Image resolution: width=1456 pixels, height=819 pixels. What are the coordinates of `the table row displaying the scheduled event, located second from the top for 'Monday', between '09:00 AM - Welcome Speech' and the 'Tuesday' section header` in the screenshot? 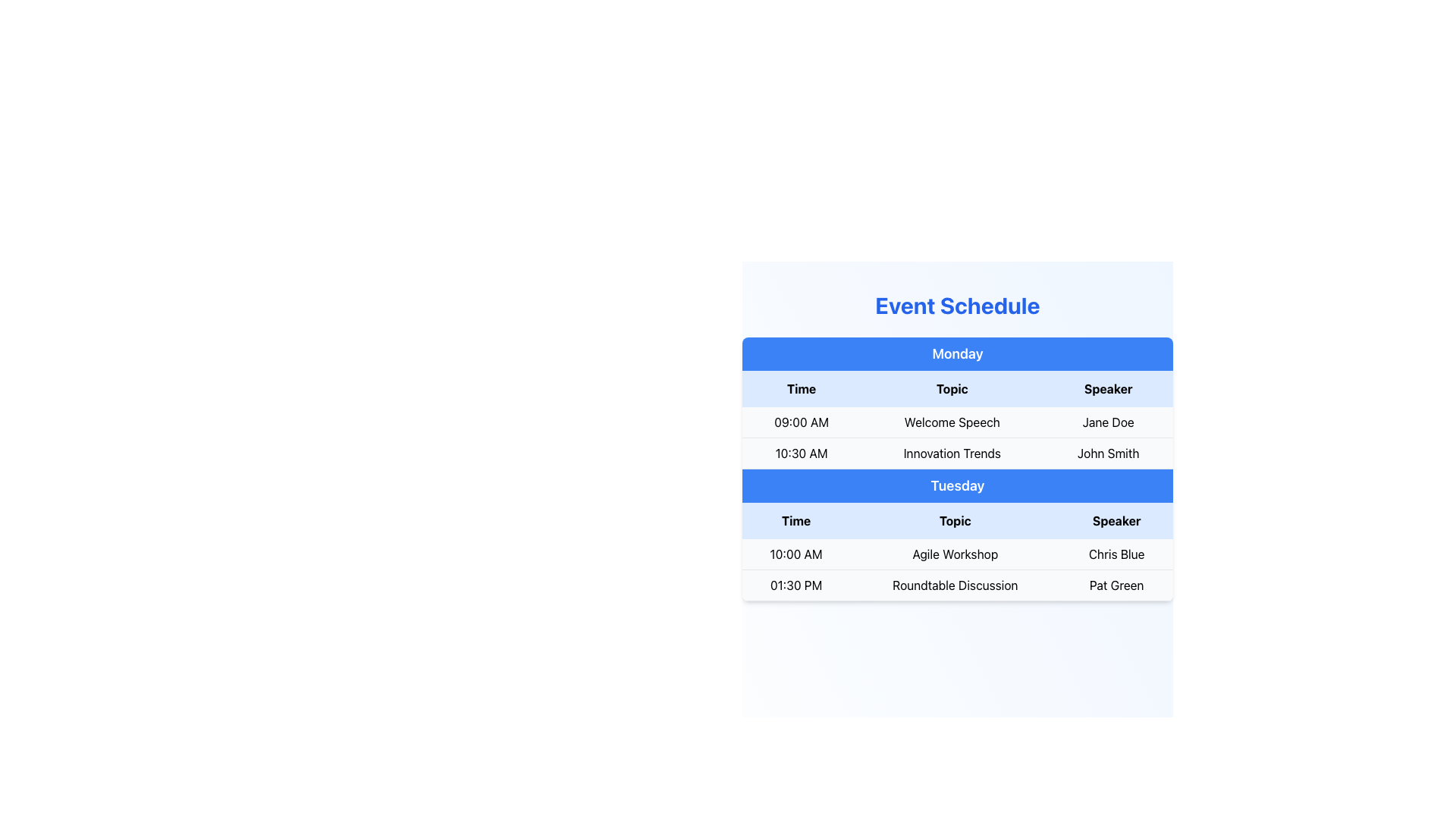 It's located at (956, 452).